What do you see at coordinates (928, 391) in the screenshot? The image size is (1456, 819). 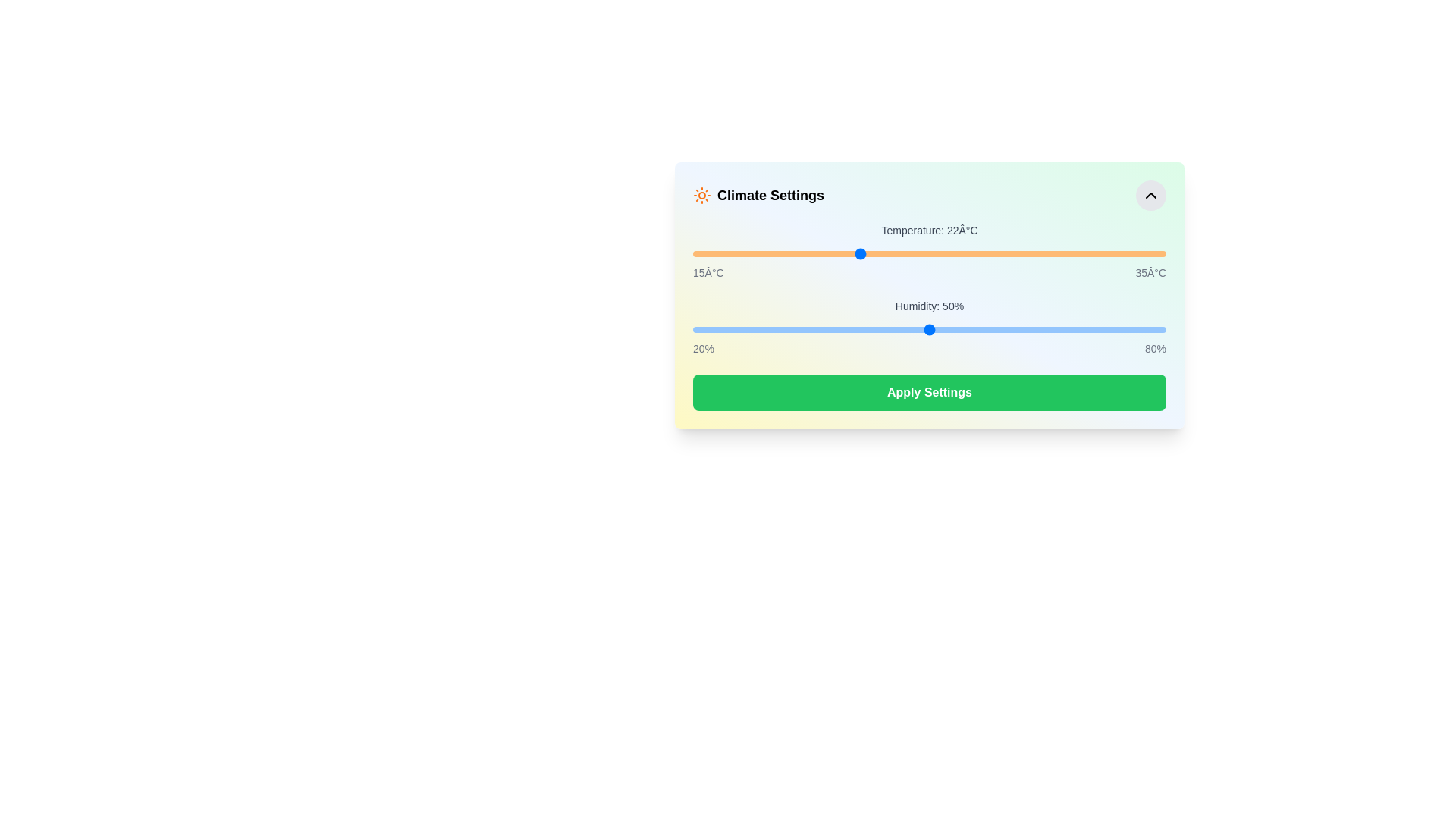 I see `the button at the bottom of the climate settings panel to apply the selected temperature and humidity settings` at bounding box center [928, 391].